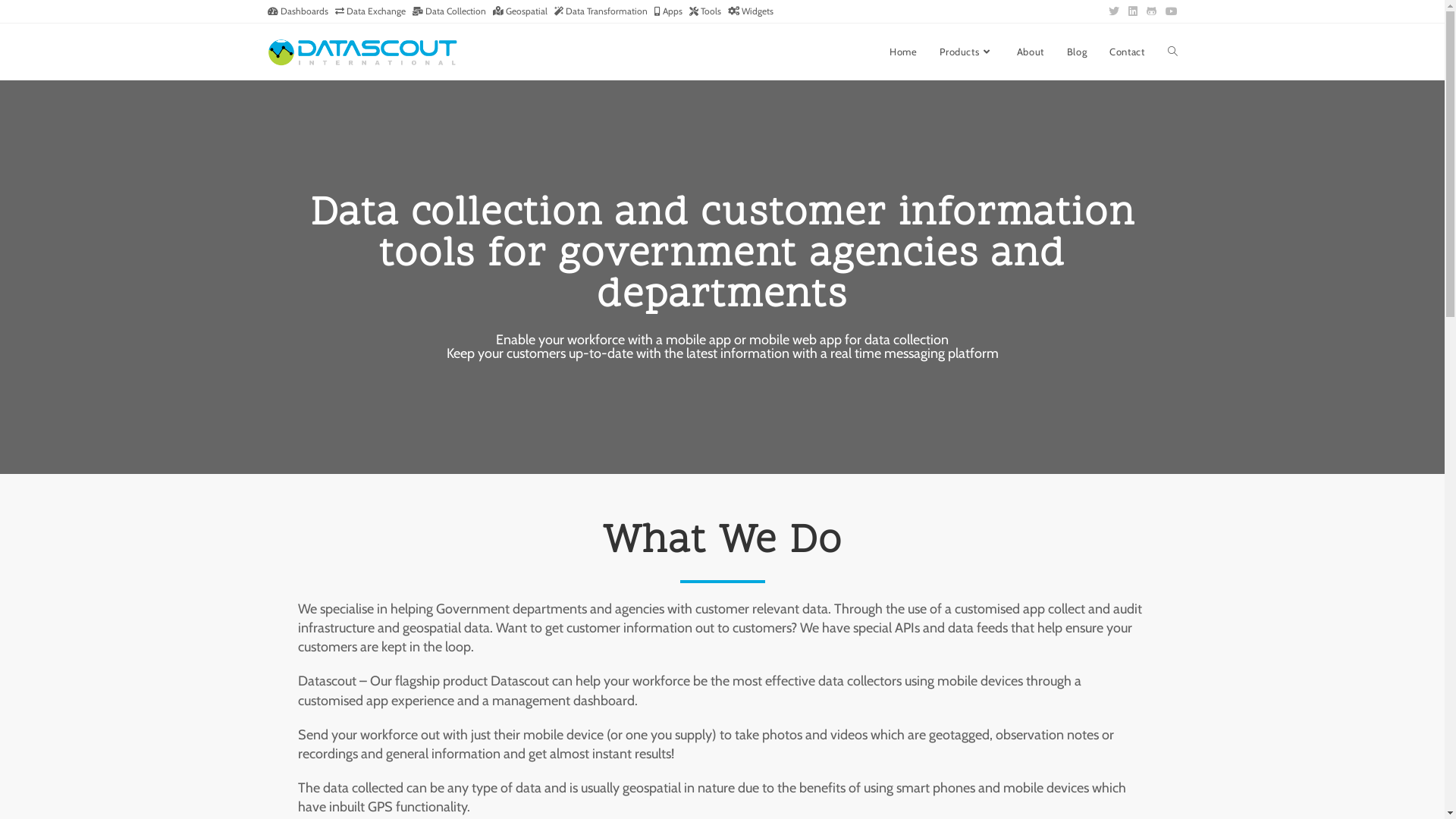 The image size is (1456, 819). What do you see at coordinates (1030, 51) in the screenshot?
I see `'About'` at bounding box center [1030, 51].